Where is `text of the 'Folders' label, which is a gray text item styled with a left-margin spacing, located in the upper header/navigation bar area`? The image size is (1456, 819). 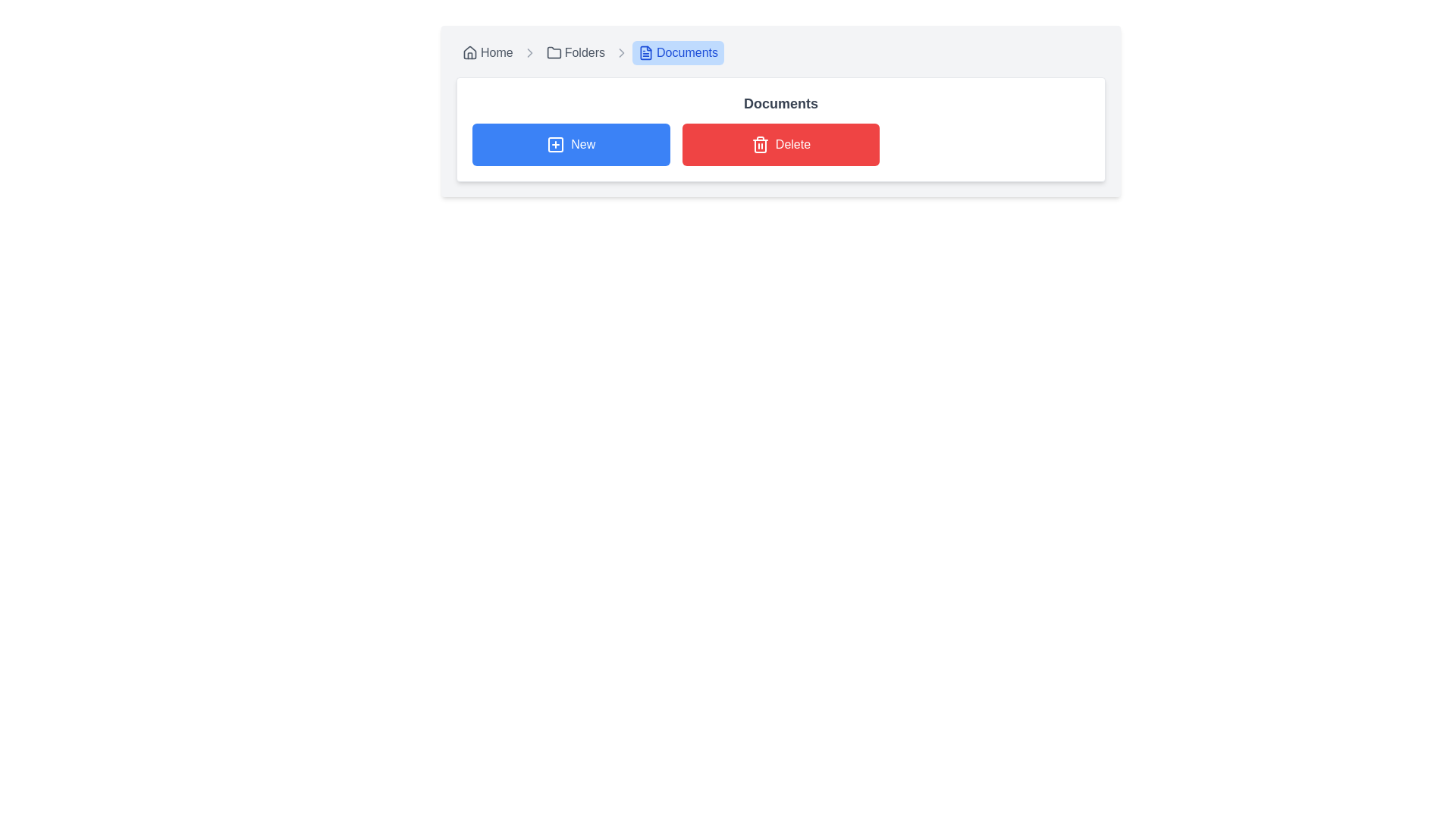 text of the 'Folders' label, which is a gray text item styled with a left-margin spacing, located in the upper header/navigation bar area is located at coordinates (584, 52).